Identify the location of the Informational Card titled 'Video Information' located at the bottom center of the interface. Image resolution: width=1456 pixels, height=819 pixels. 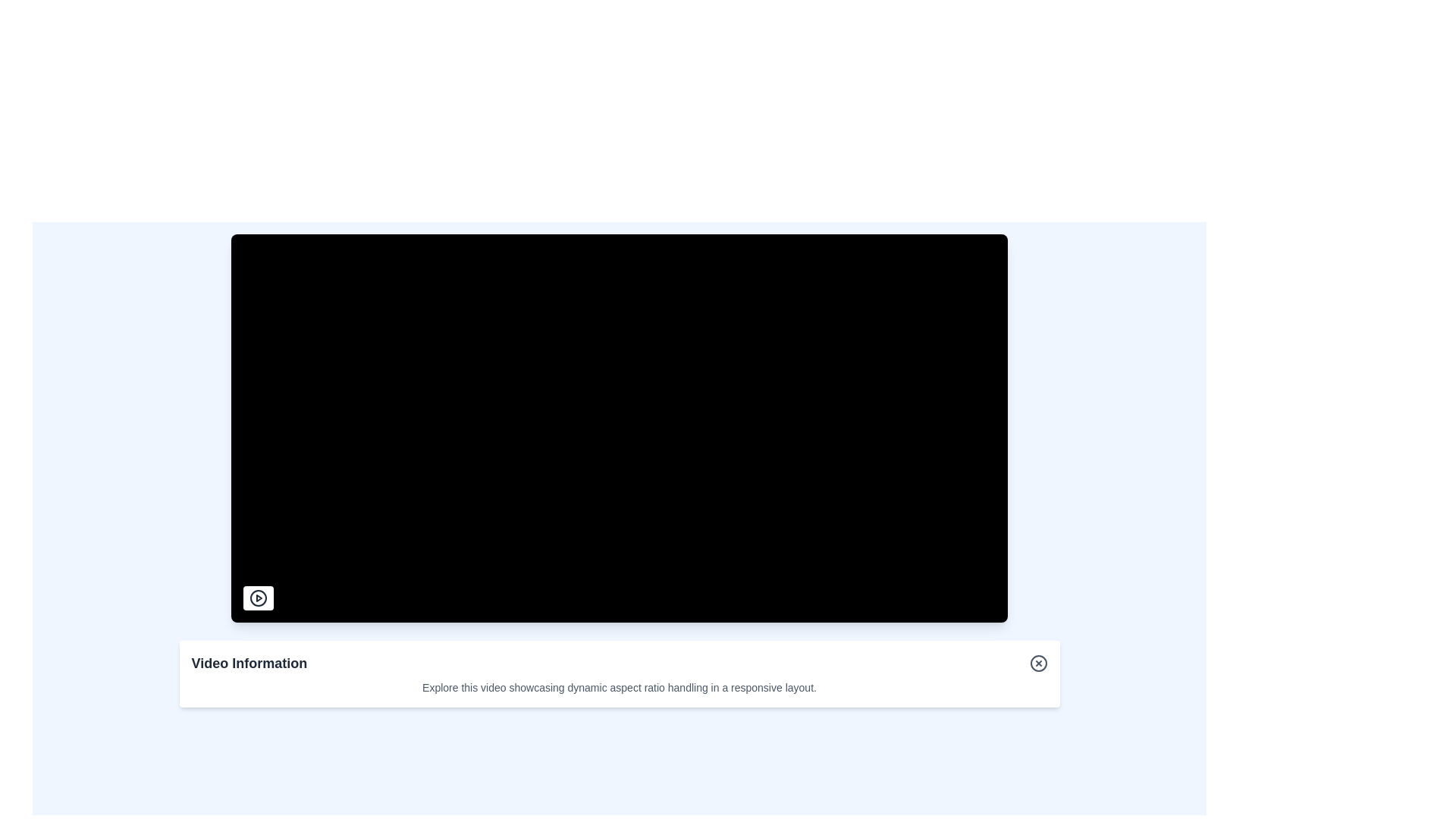
(619, 673).